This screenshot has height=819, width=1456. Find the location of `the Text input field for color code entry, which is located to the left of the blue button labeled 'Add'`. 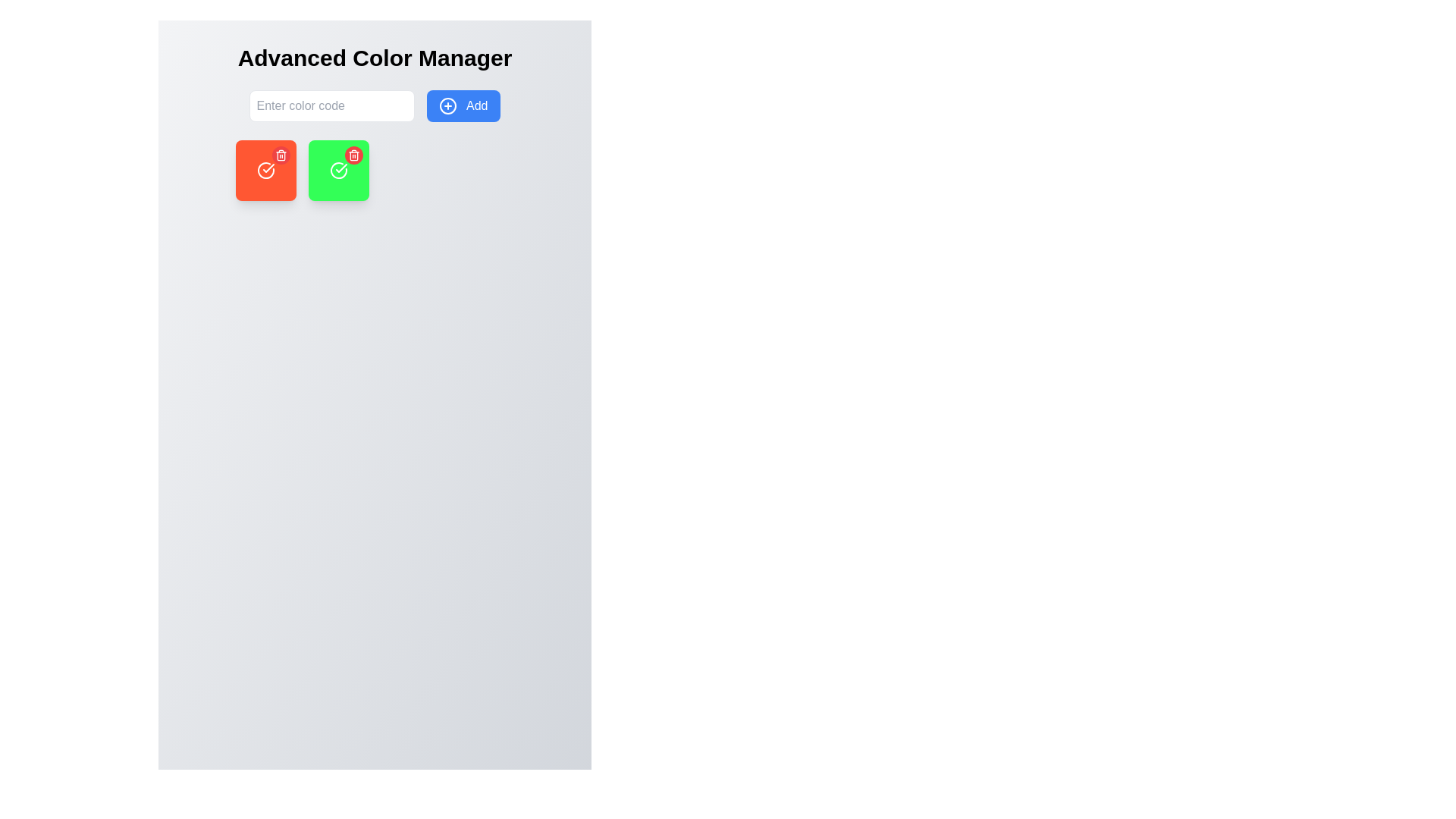

the Text input field for color code entry, which is located to the left of the blue button labeled 'Add' is located at coordinates (331, 105).